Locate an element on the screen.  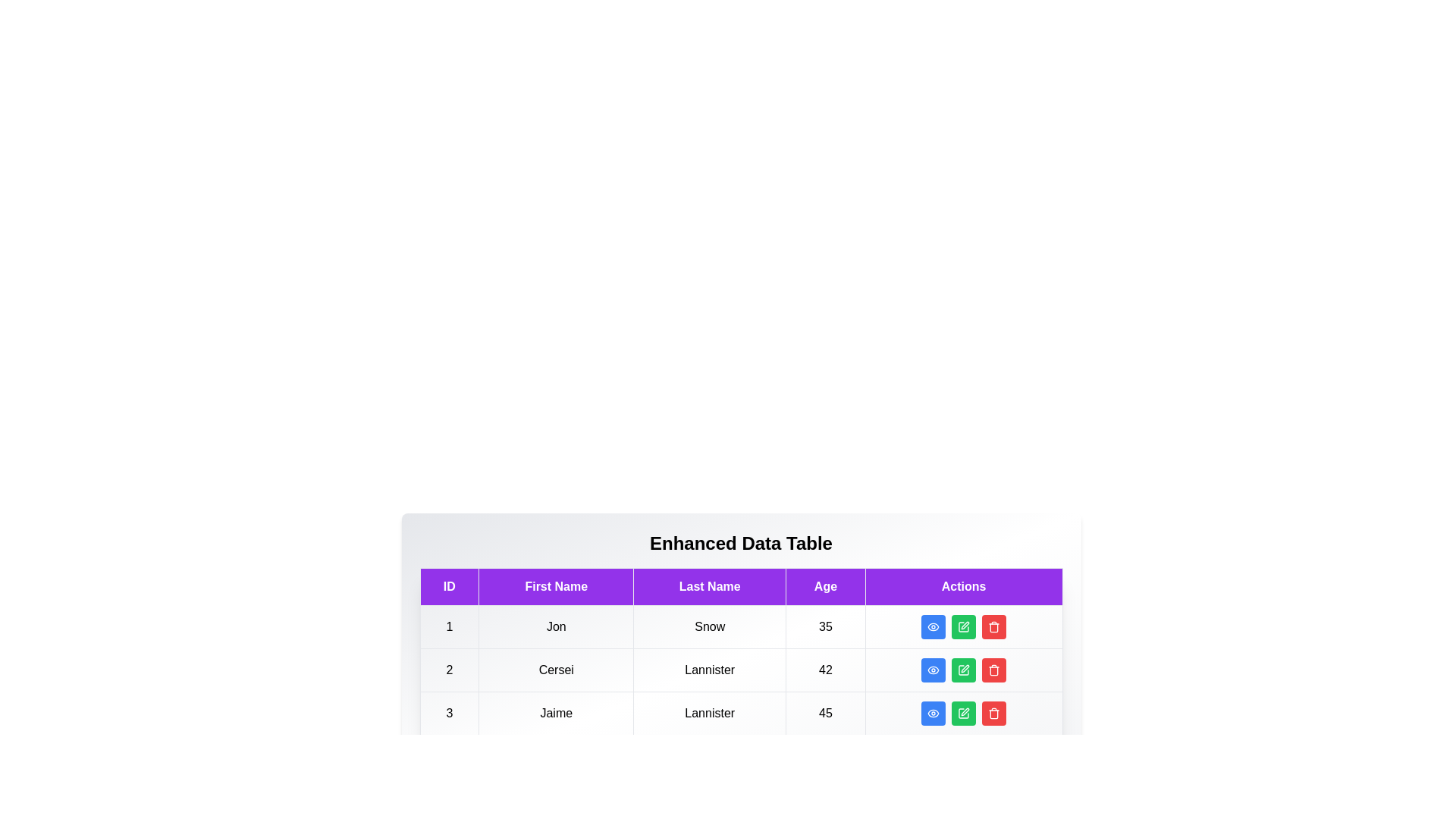
the column header Age to sort the table by that column is located at coordinates (825, 586).